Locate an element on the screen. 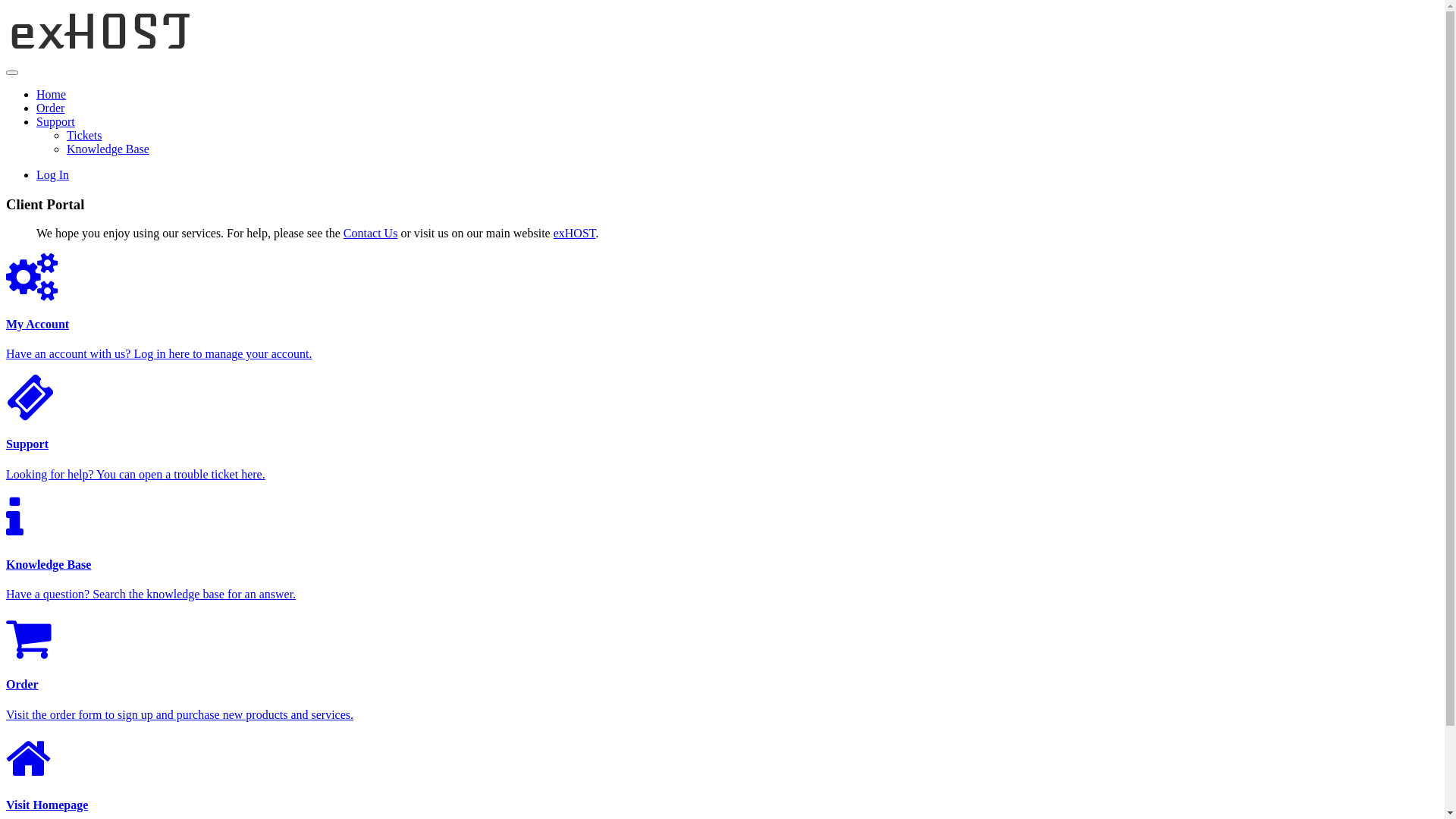 This screenshot has height=819, width=1456. 'Home' is located at coordinates (51, 94).